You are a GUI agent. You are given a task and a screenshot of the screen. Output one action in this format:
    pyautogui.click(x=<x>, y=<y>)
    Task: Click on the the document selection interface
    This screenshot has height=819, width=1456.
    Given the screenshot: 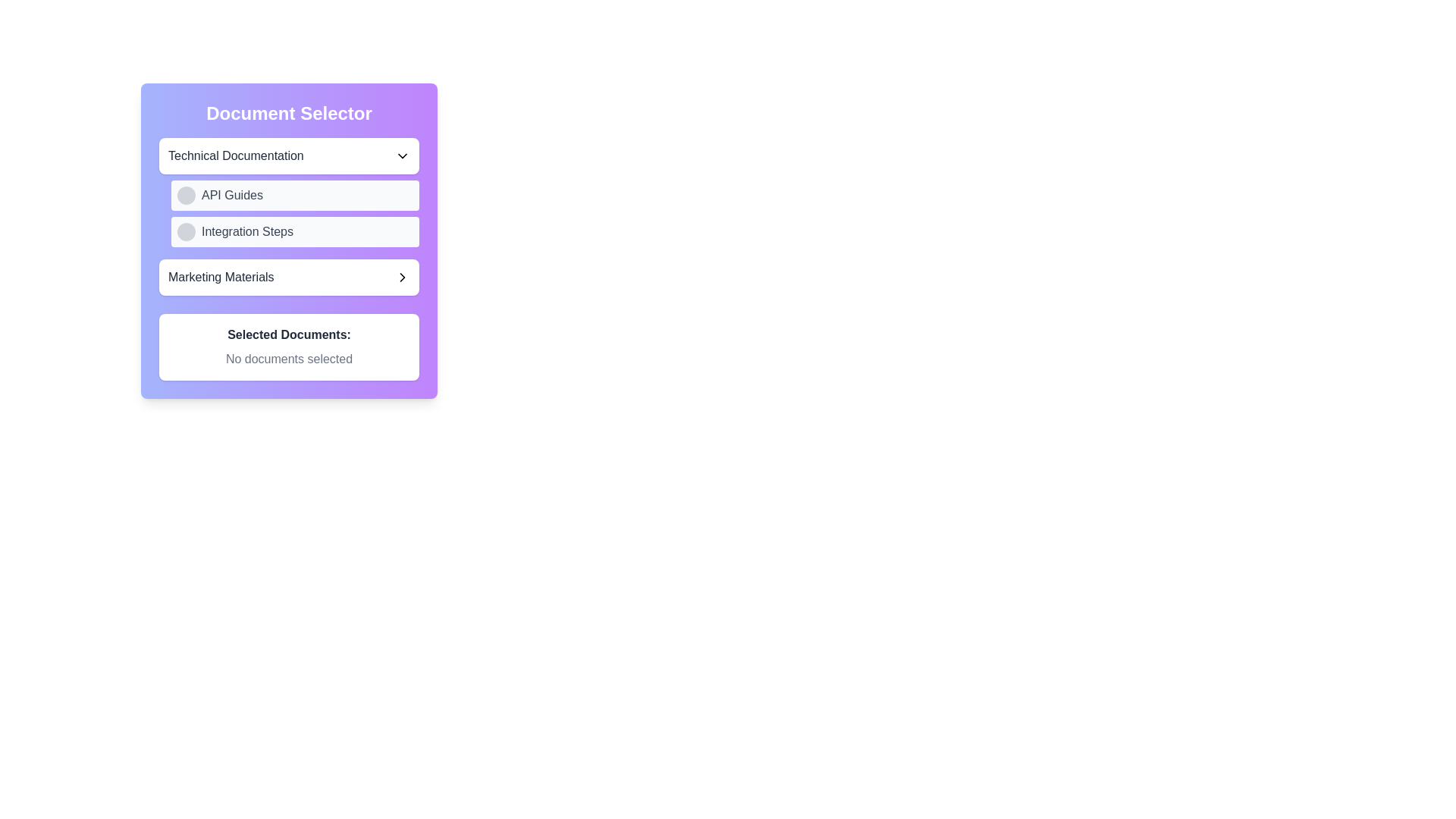 What is the action you would take?
    pyautogui.click(x=289, y=240)
    